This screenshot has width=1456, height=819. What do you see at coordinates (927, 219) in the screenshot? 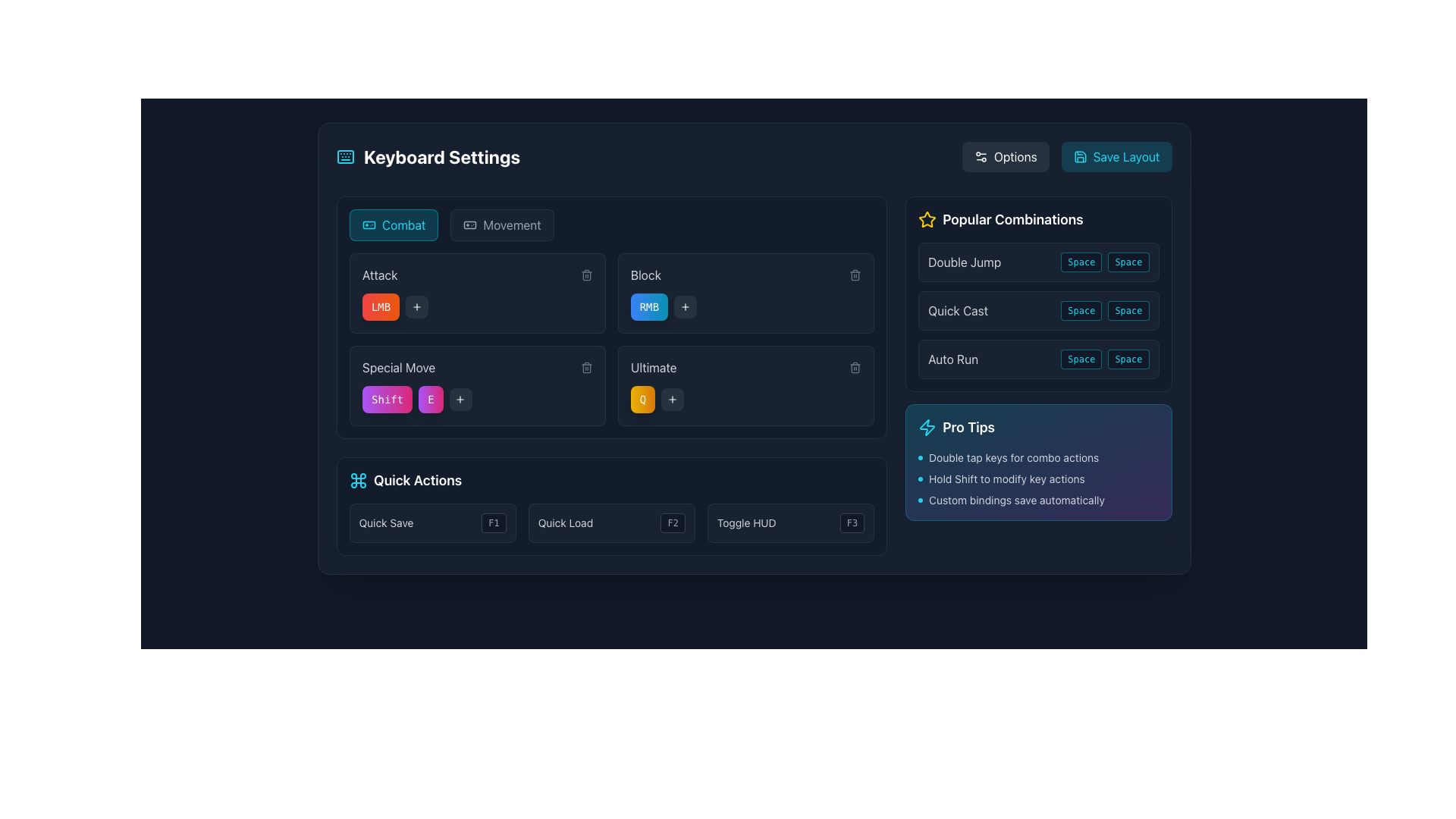
I see `the outlined star icon representing the 'Popular Combinations' section header located at the top-right corner of the interface` at bounding box center [927, 219].